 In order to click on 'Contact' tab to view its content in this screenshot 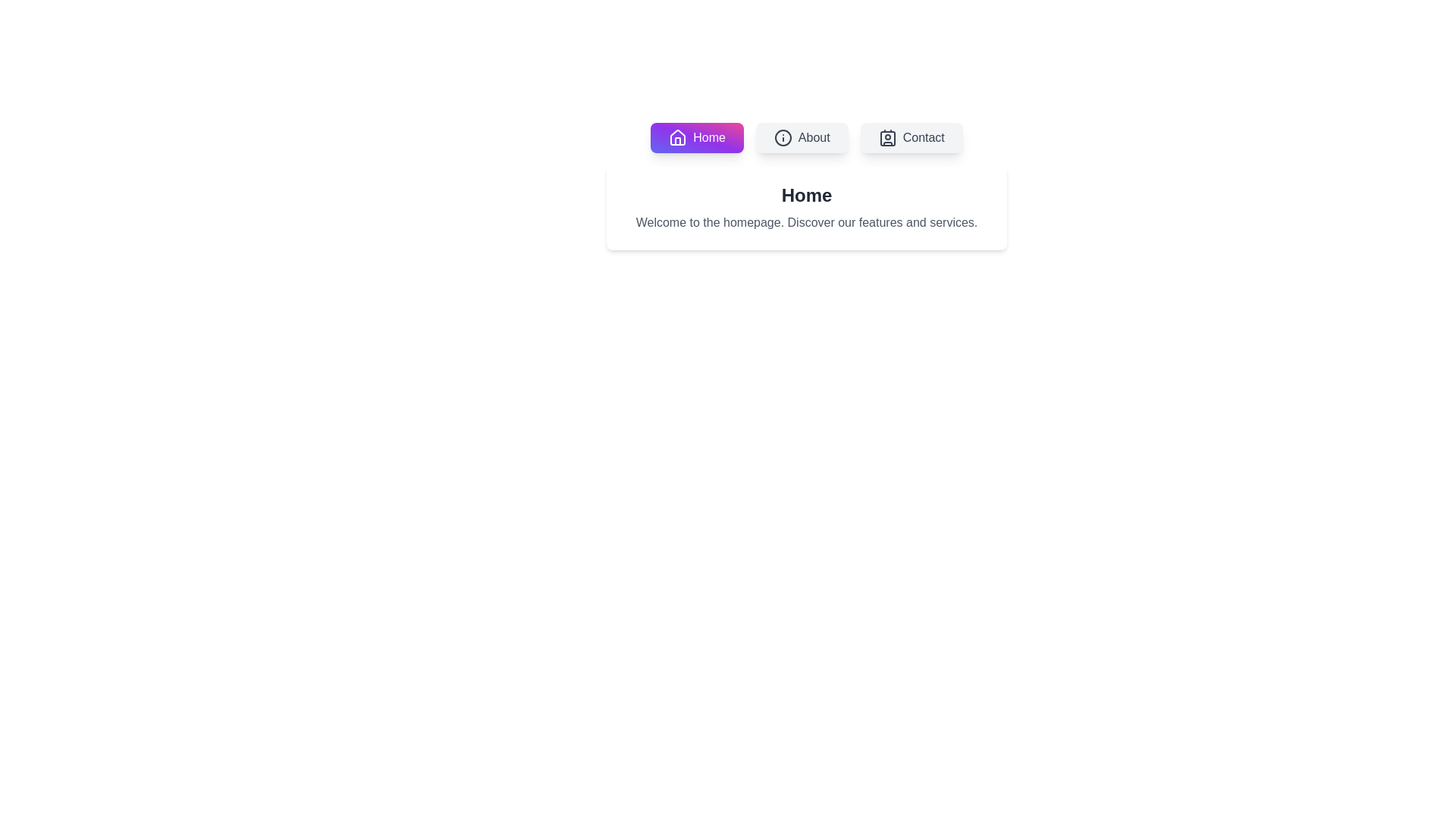, I will do `click(910, 137)`.